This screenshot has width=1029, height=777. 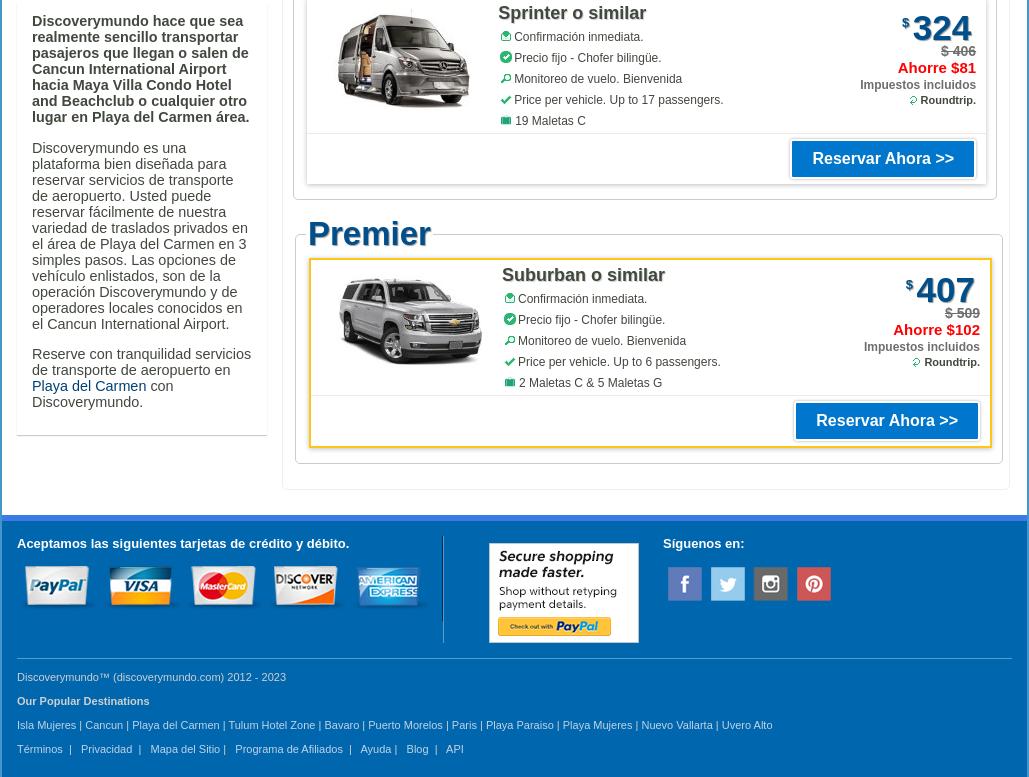 I want to click on 'Playa Mujeres', so click(x=597, y=724).